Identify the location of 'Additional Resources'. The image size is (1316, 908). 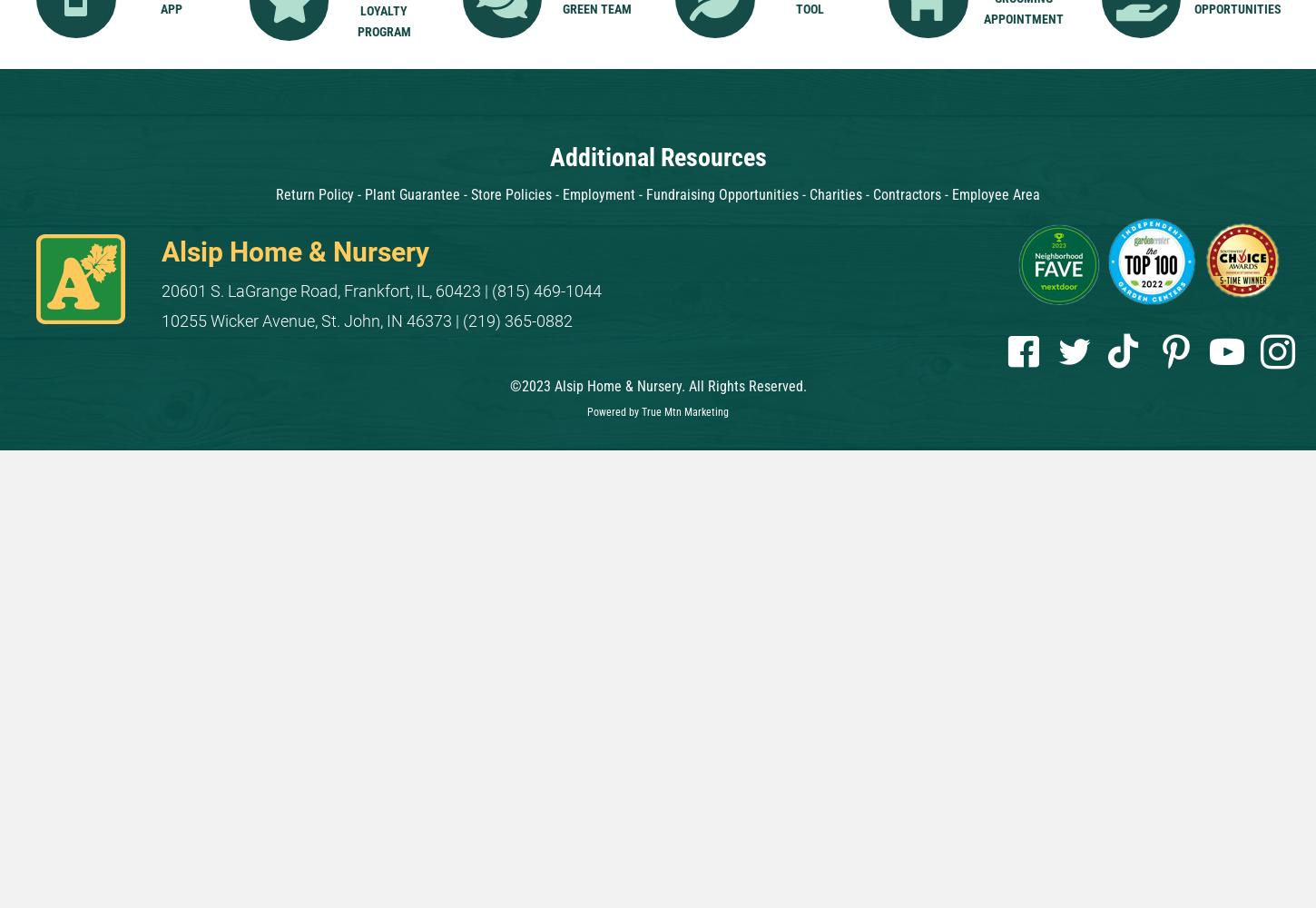
(656, 156).